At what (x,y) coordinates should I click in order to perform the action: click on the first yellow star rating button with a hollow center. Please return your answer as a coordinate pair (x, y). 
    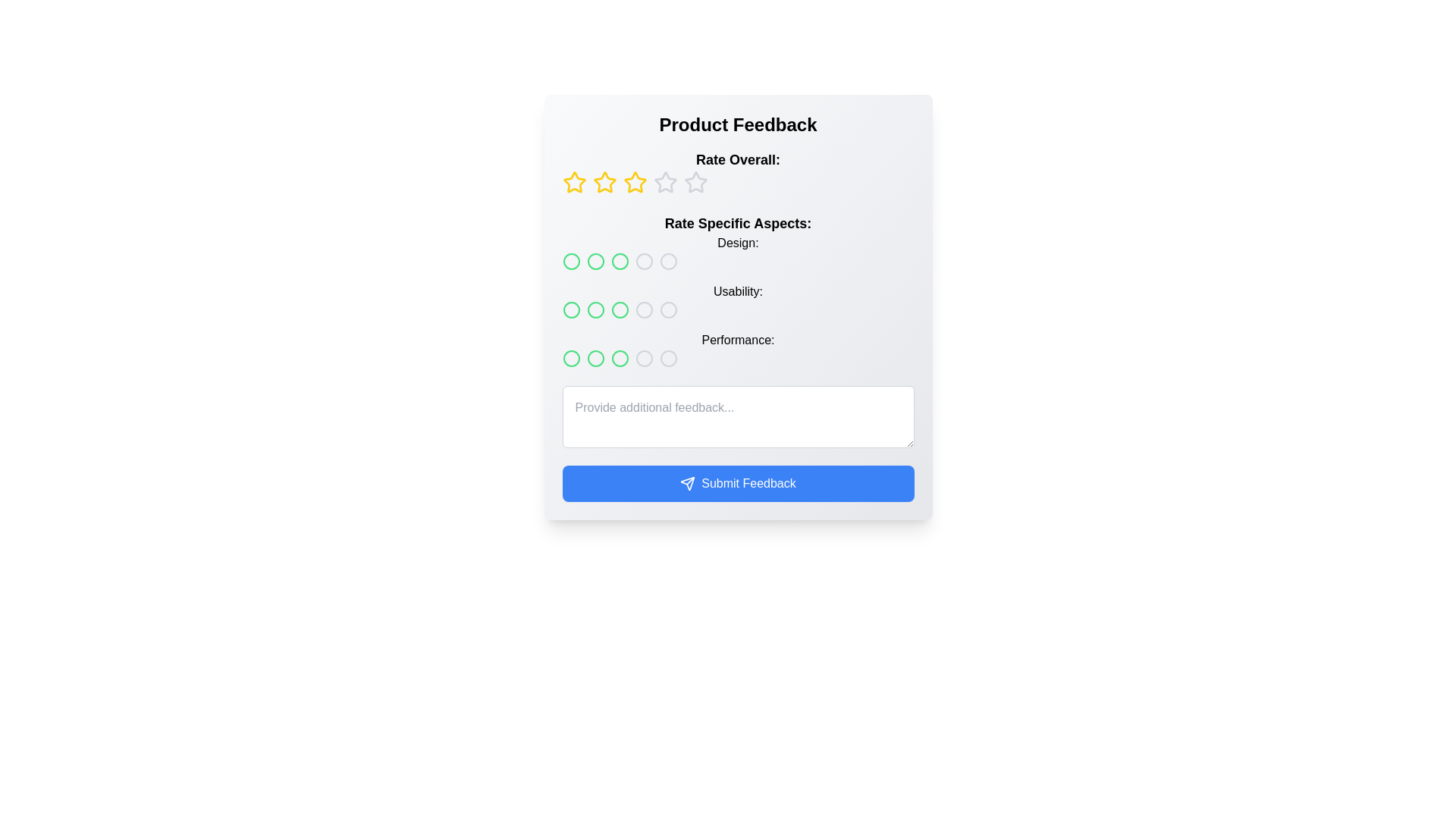
    Looking at the image, I should click on (573, 181).